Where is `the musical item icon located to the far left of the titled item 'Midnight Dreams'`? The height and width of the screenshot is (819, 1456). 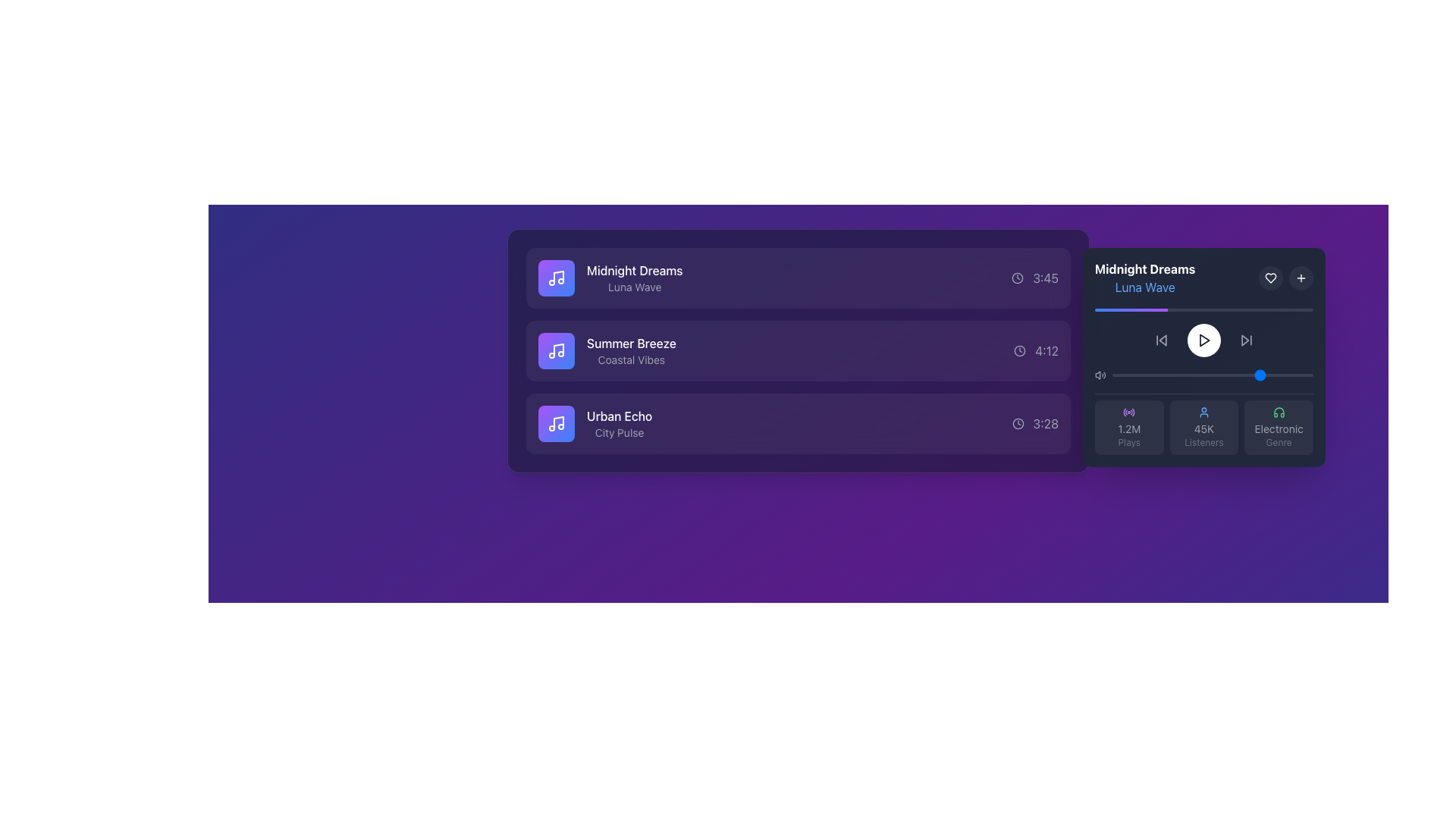
the musical item icon located to the far left of the titled item 'Midnight Dreams' is located at coordinates (556, 350).